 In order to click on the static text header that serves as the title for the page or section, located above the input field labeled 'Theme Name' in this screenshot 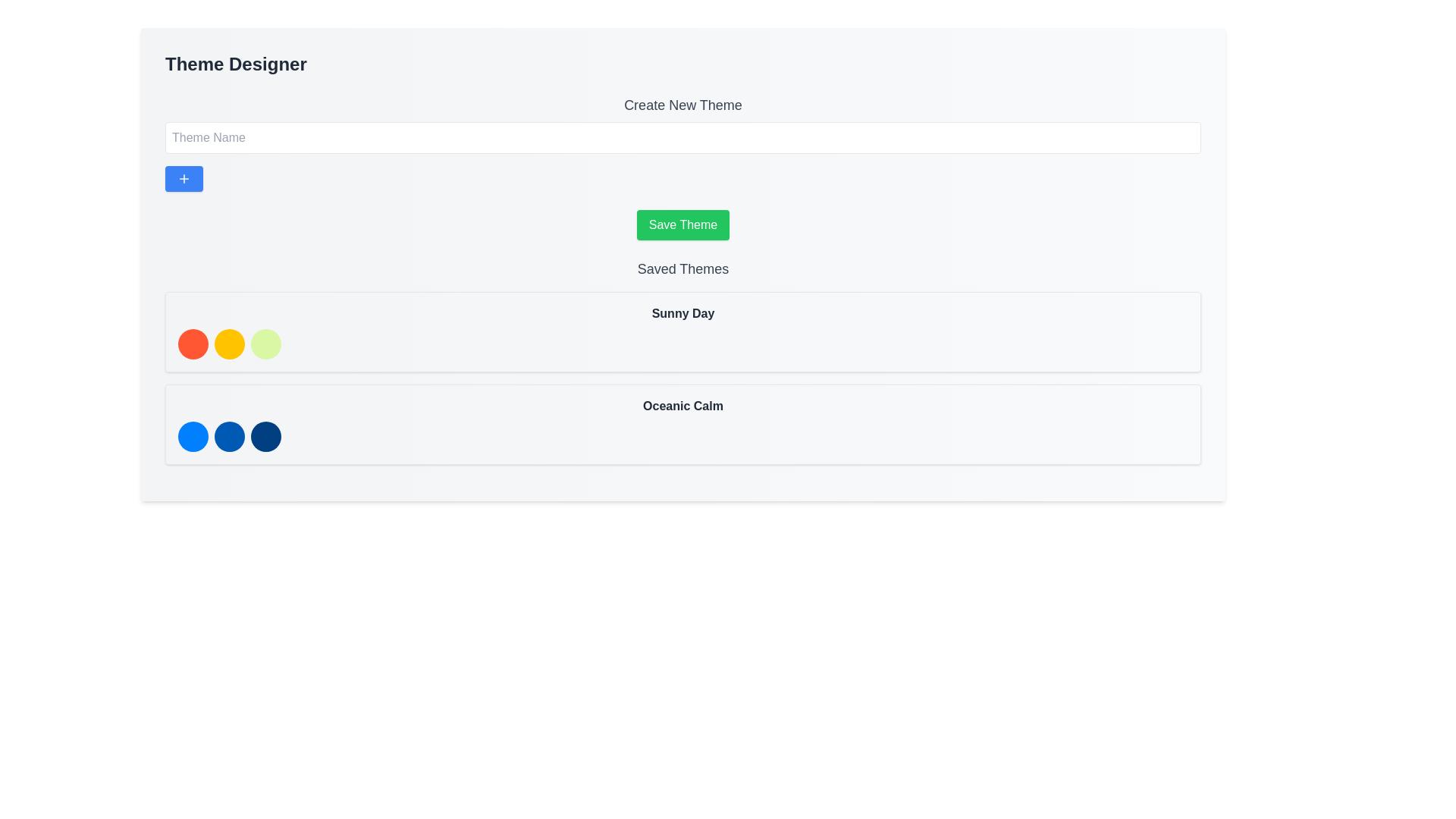, I will do `click(235, 63)`.